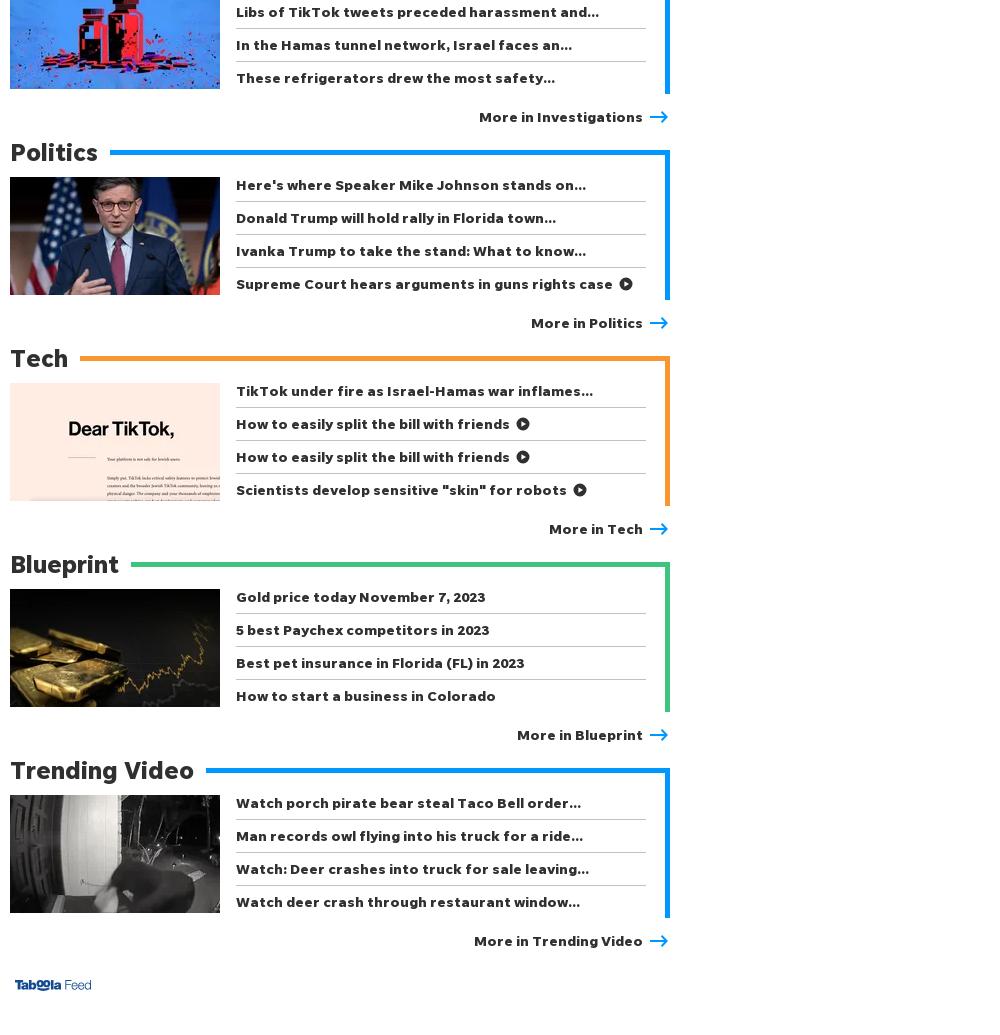 The image size is (1000, 1035). What do you see at coordinates (396, 217) in the screenshot?
I see `'Donald Trump will hold rally in Florida town…'` at bounding box center [396, 217].